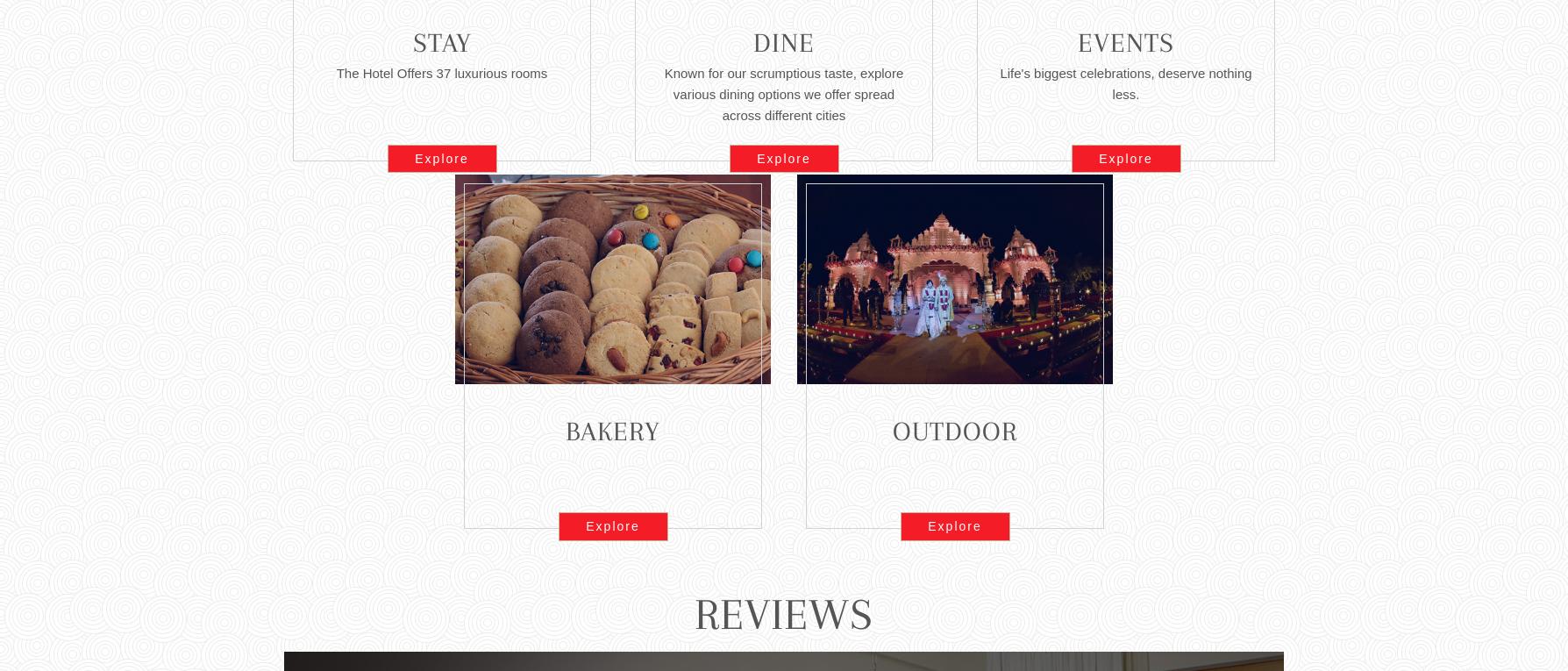  What do you see at coordinates (611, 431) in the screenshot?
I see `'Bakery'` at bounding box center [611, 431].